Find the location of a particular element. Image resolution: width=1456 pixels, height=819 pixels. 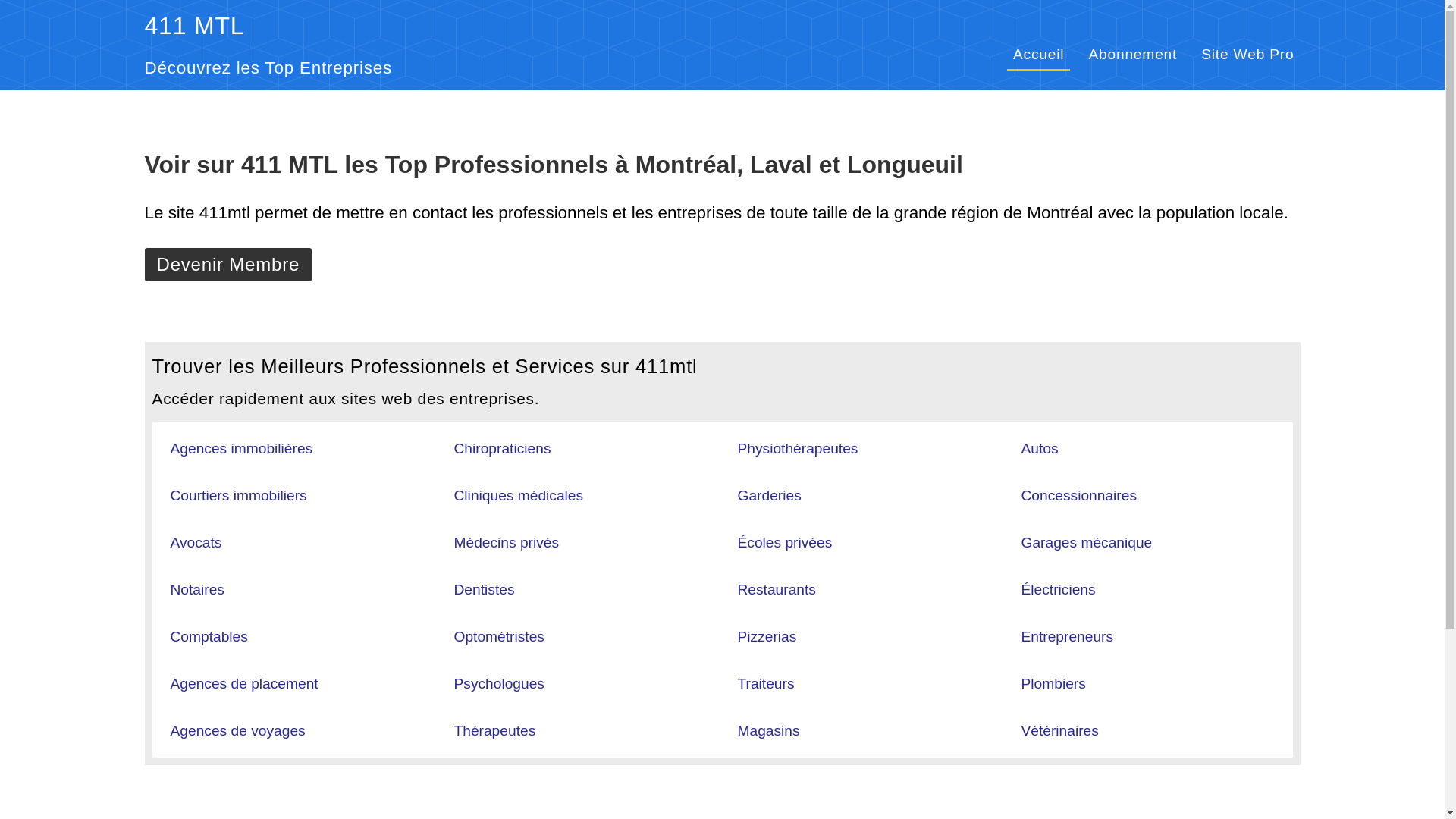

'411 MTL' is located at coordinates (193, 26).